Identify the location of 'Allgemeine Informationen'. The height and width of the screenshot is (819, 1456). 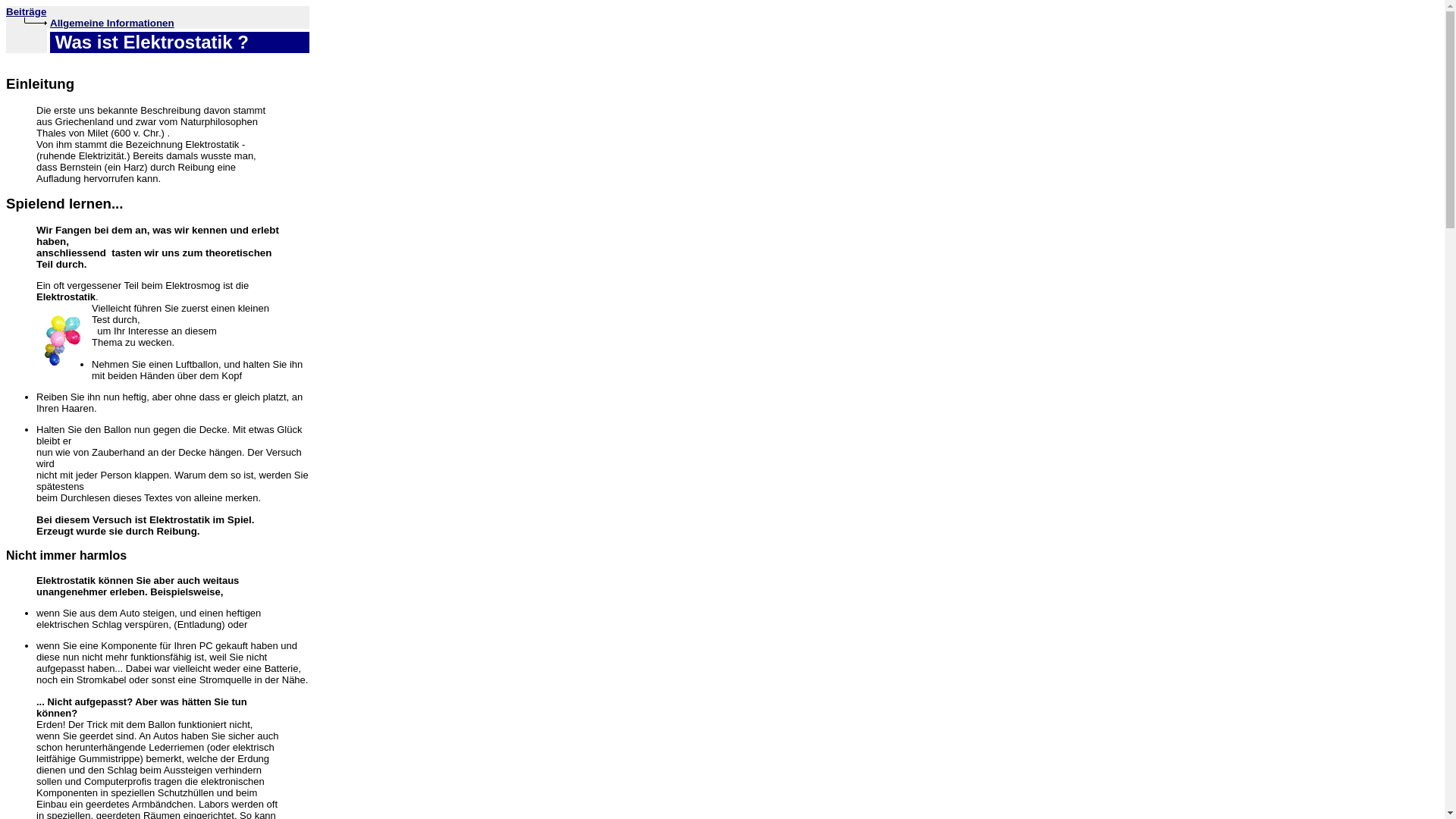
(111, 23).